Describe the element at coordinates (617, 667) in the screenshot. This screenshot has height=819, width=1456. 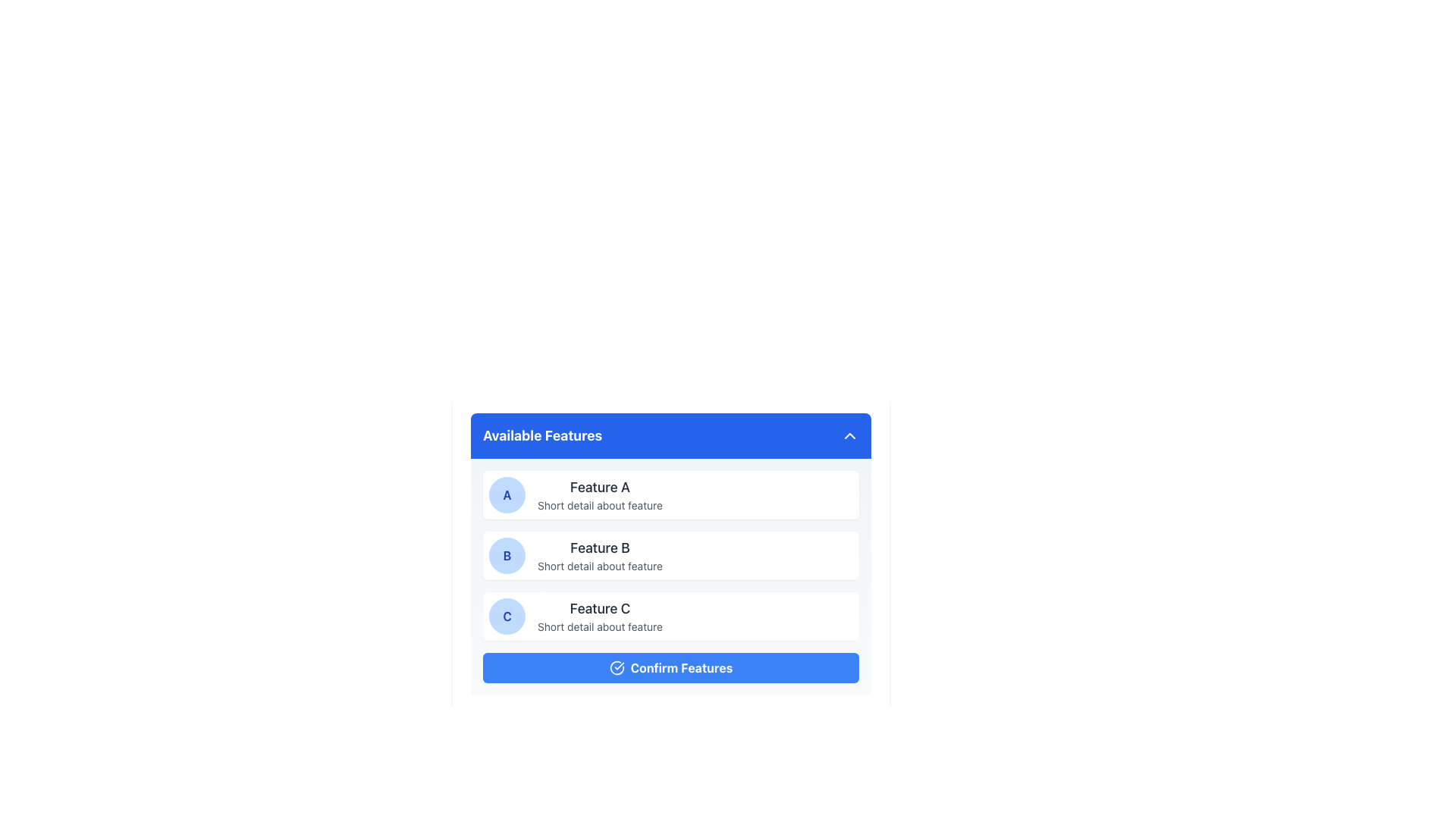
I see `the blue outlined circular icon with a check mark inside, located to the left of the 'Confirm Features' button` at that location.